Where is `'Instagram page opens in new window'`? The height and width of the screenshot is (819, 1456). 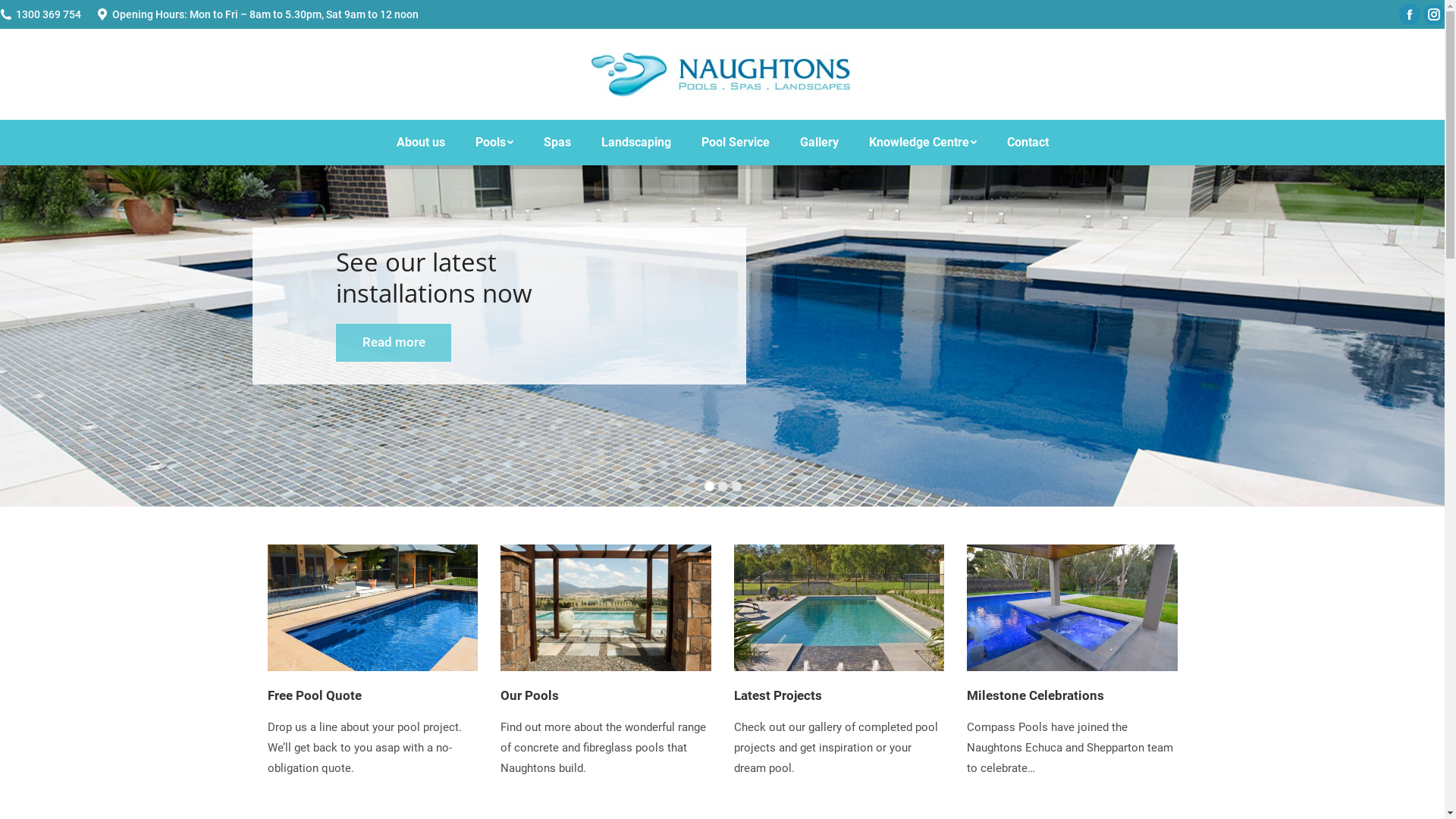 'Instagram page opens in new window' is located at coordinates (1433, 14).